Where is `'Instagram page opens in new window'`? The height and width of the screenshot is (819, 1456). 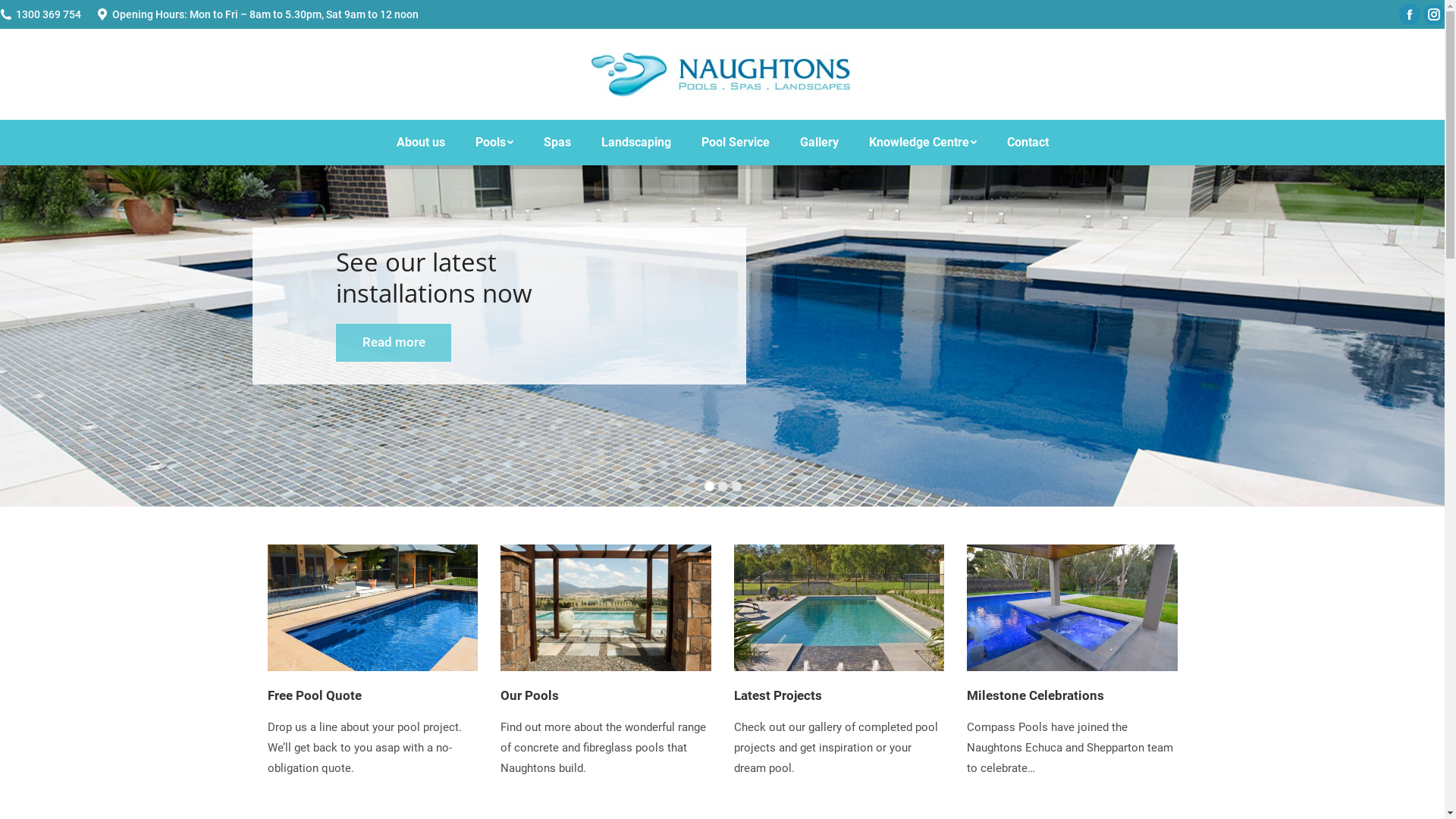 'Instagram page opens in new window' is located at coordinates (1433, 14).